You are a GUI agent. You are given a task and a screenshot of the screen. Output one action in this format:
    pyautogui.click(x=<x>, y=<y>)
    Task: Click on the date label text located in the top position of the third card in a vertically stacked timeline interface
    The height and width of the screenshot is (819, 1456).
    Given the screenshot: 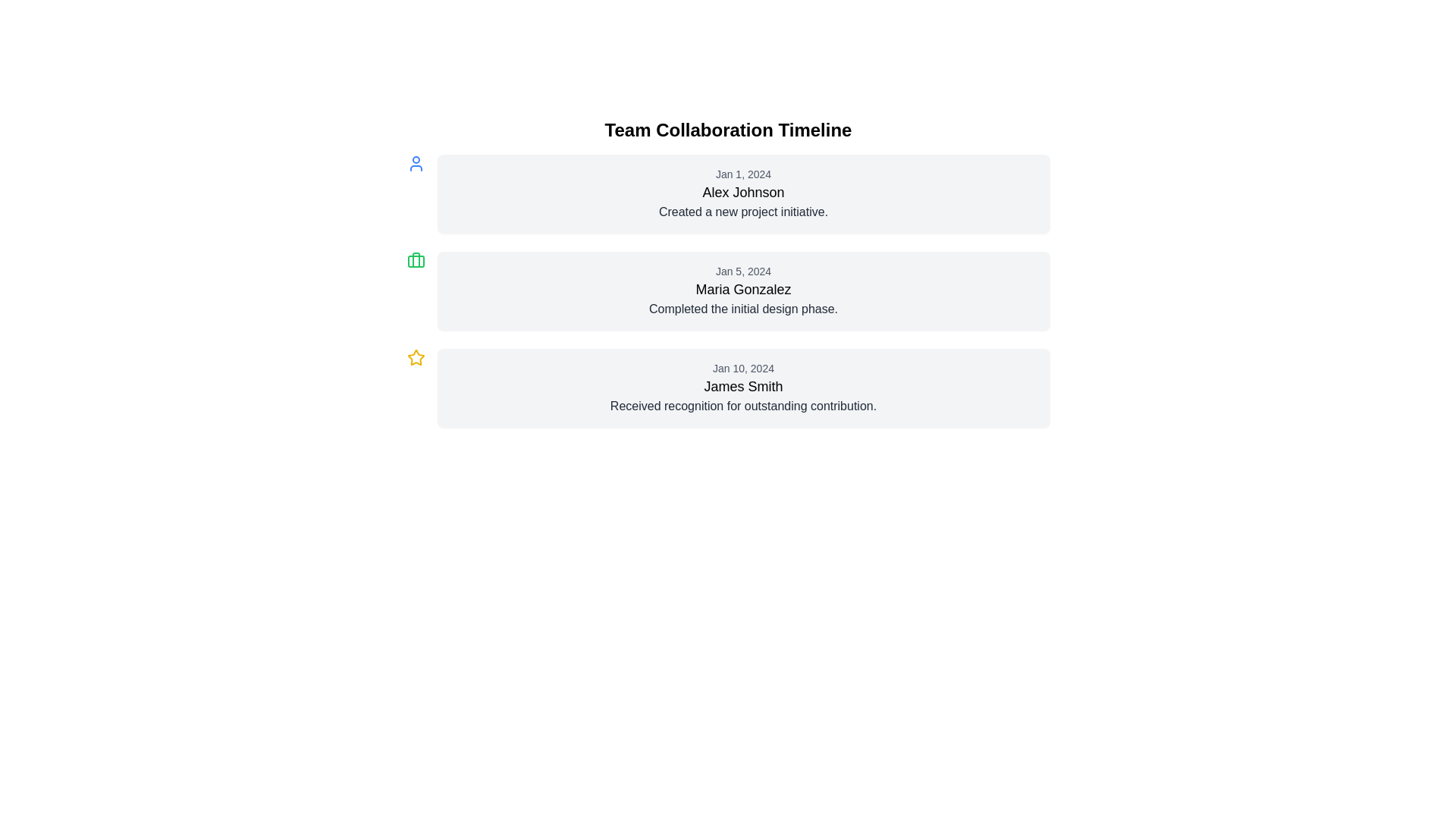 What is the action you would take?
    pyautogui.click(x=743, y=369)
    